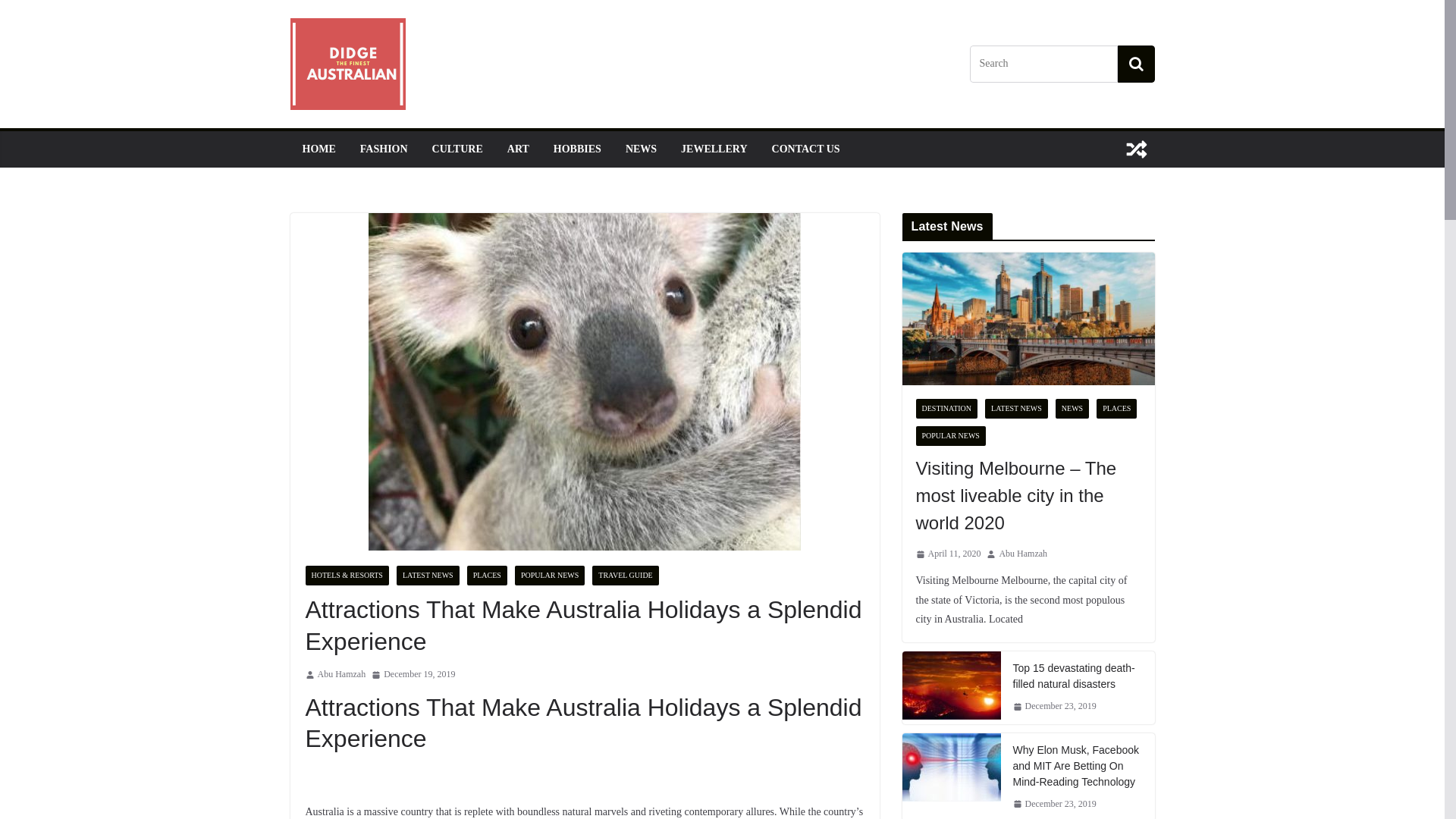 The image size is (1456, 819). Describe the element at coordinates (771, 149) in the screenshot. I see `'CONTACT US'` at that location.